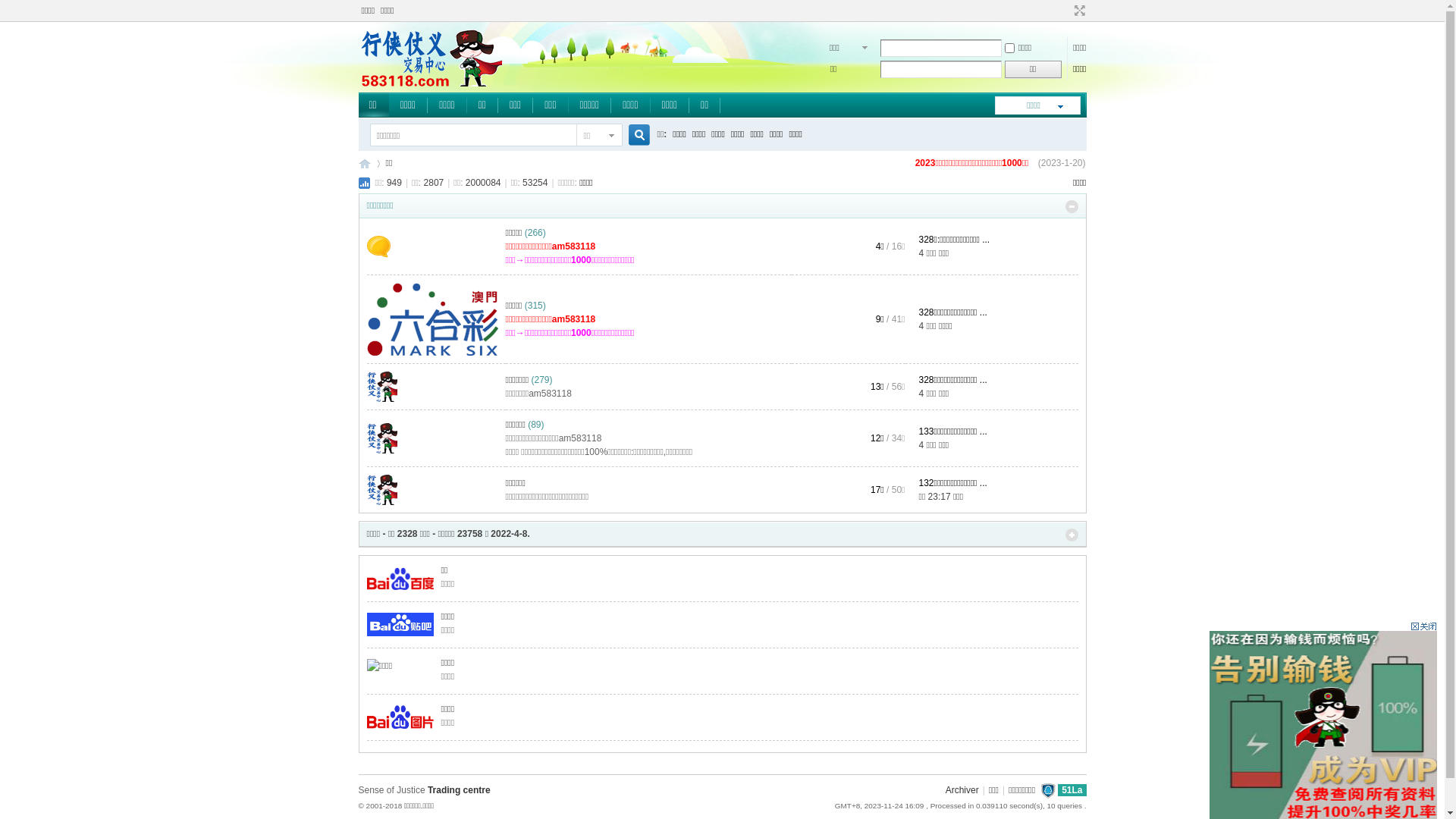 This screenshot has height=819, width=1456. What do you see at coordinates (1071, 789) in the screenshot?
I see `'51La'` at bounding box center [1071, 789].